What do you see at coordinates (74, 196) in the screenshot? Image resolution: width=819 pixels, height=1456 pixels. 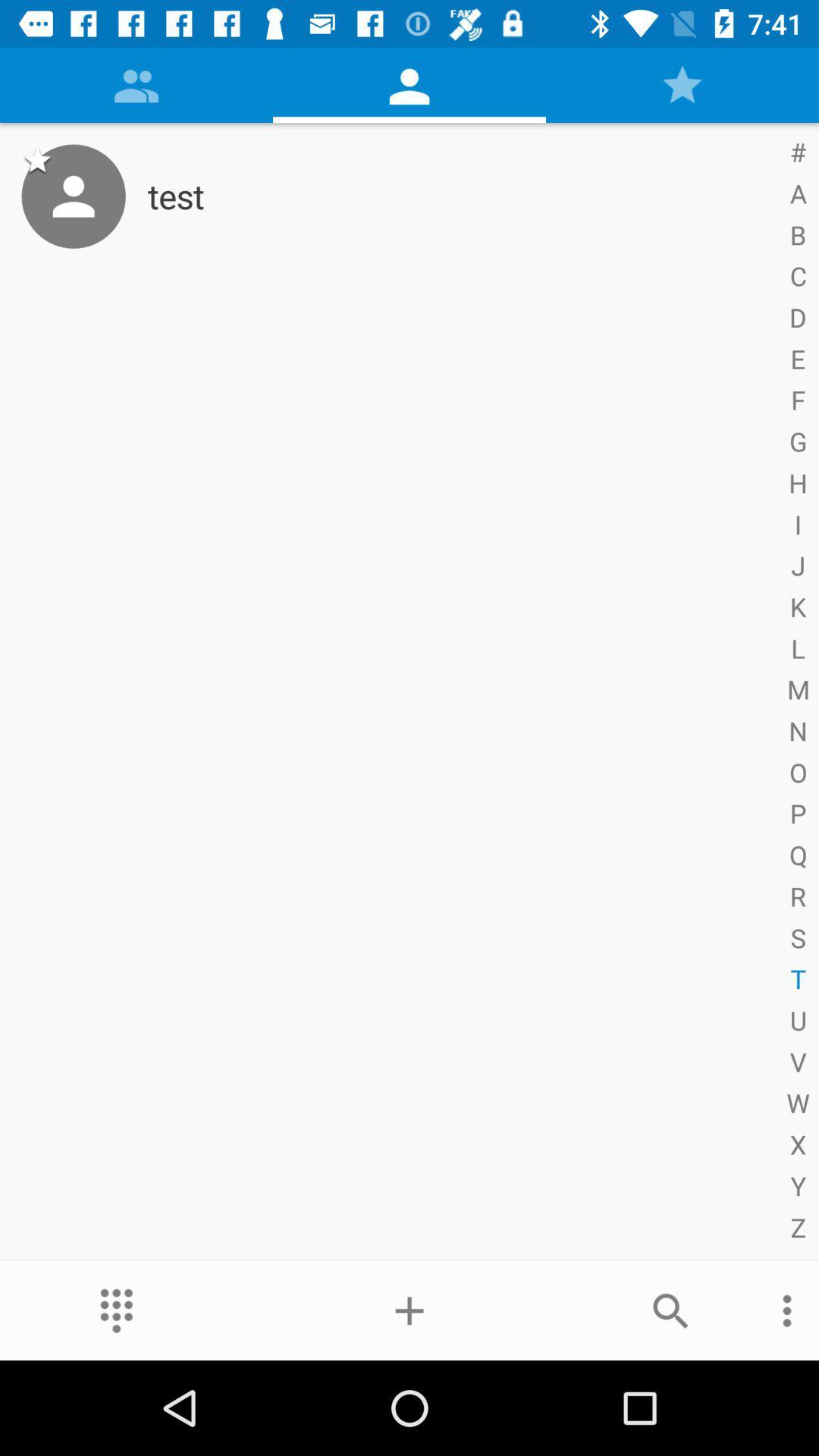 I see `the item next to test item` at bounding box center [74, 196].